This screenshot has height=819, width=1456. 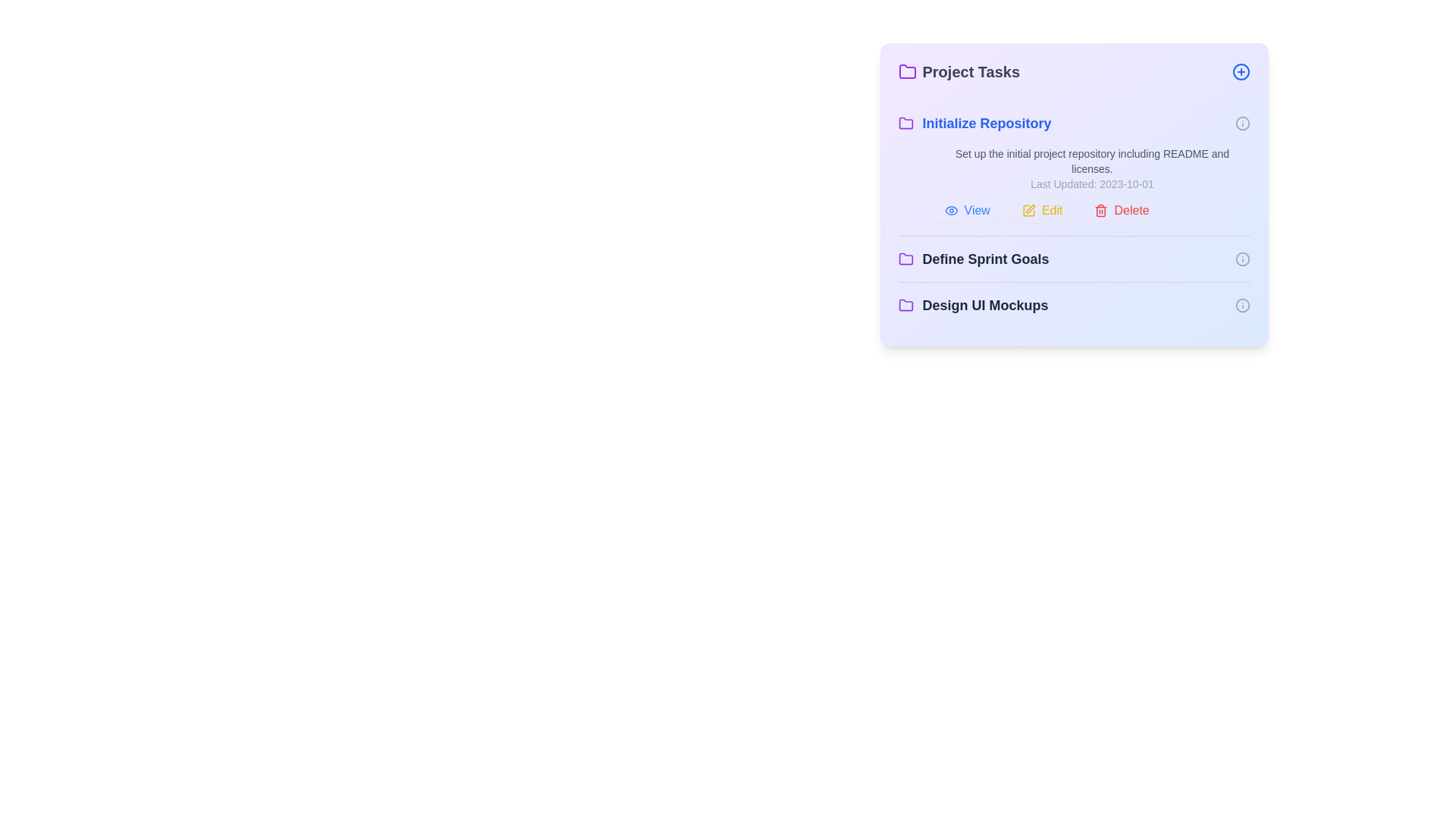 I want to click on the text label indicating the name of a task or folder within the 'Project Tasks' card-like structure, so click(x=974, y=122).